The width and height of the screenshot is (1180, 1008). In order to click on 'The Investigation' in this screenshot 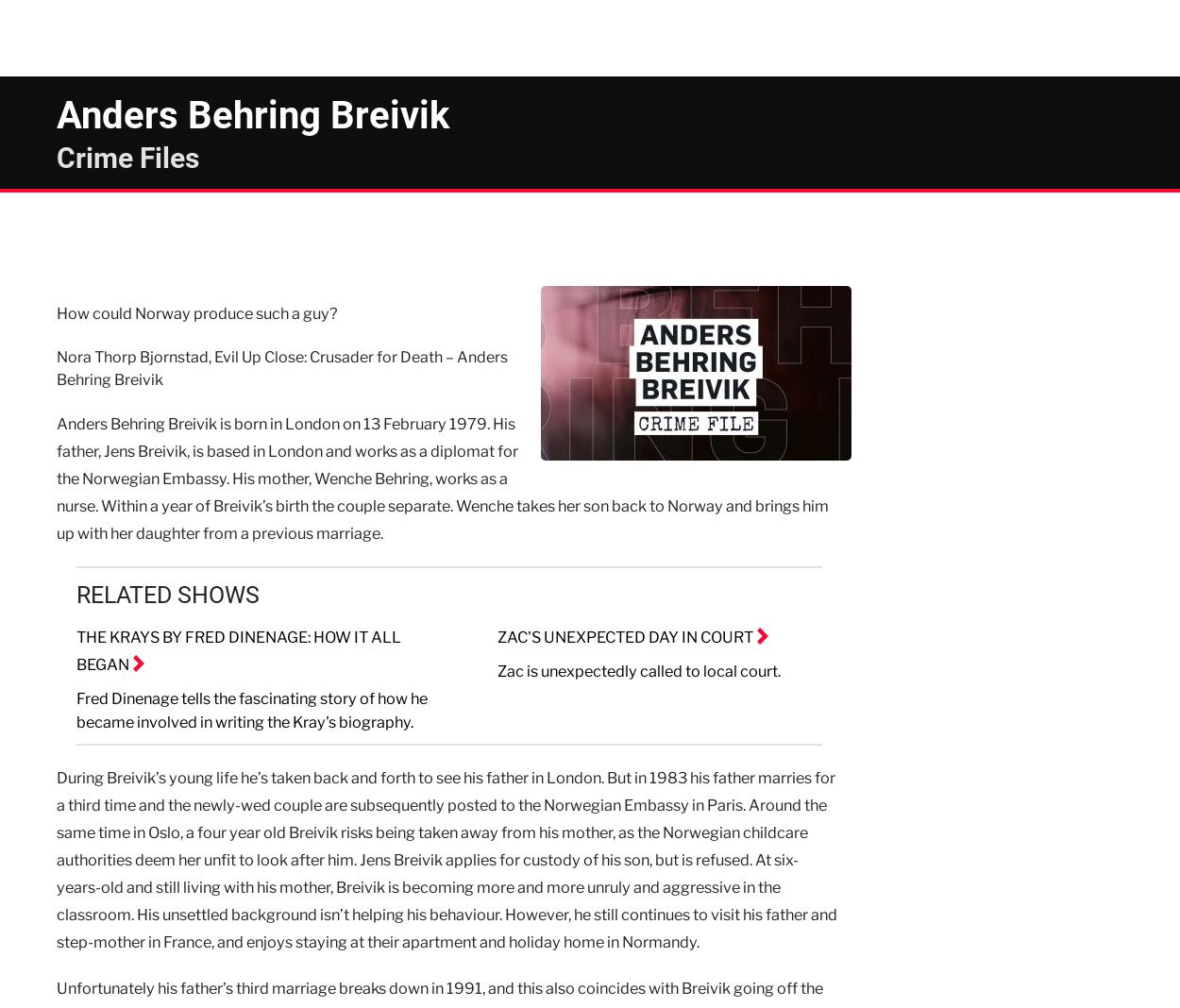, I will do `click(226, 21)`.